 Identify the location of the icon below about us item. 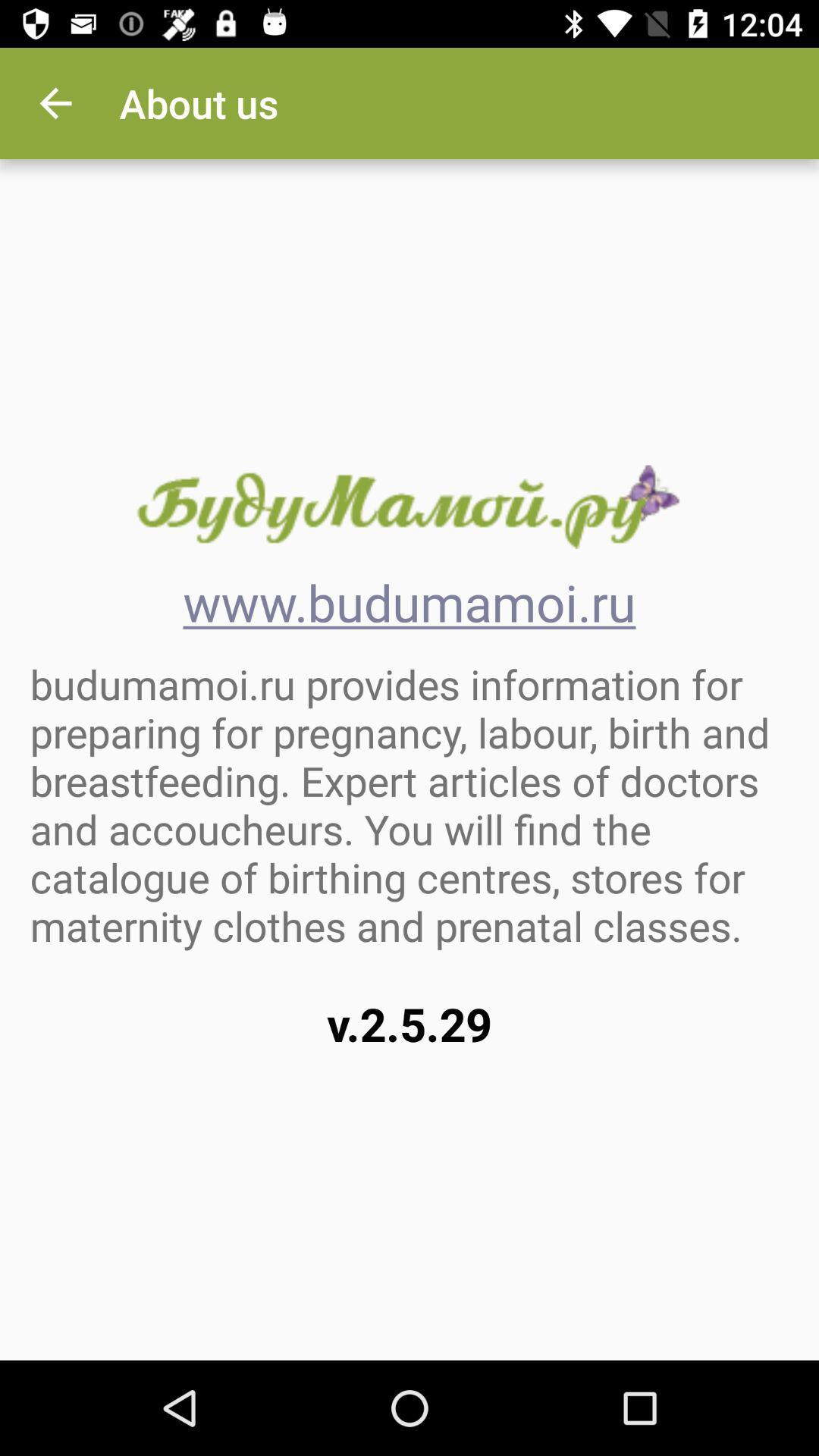
(408, 507).